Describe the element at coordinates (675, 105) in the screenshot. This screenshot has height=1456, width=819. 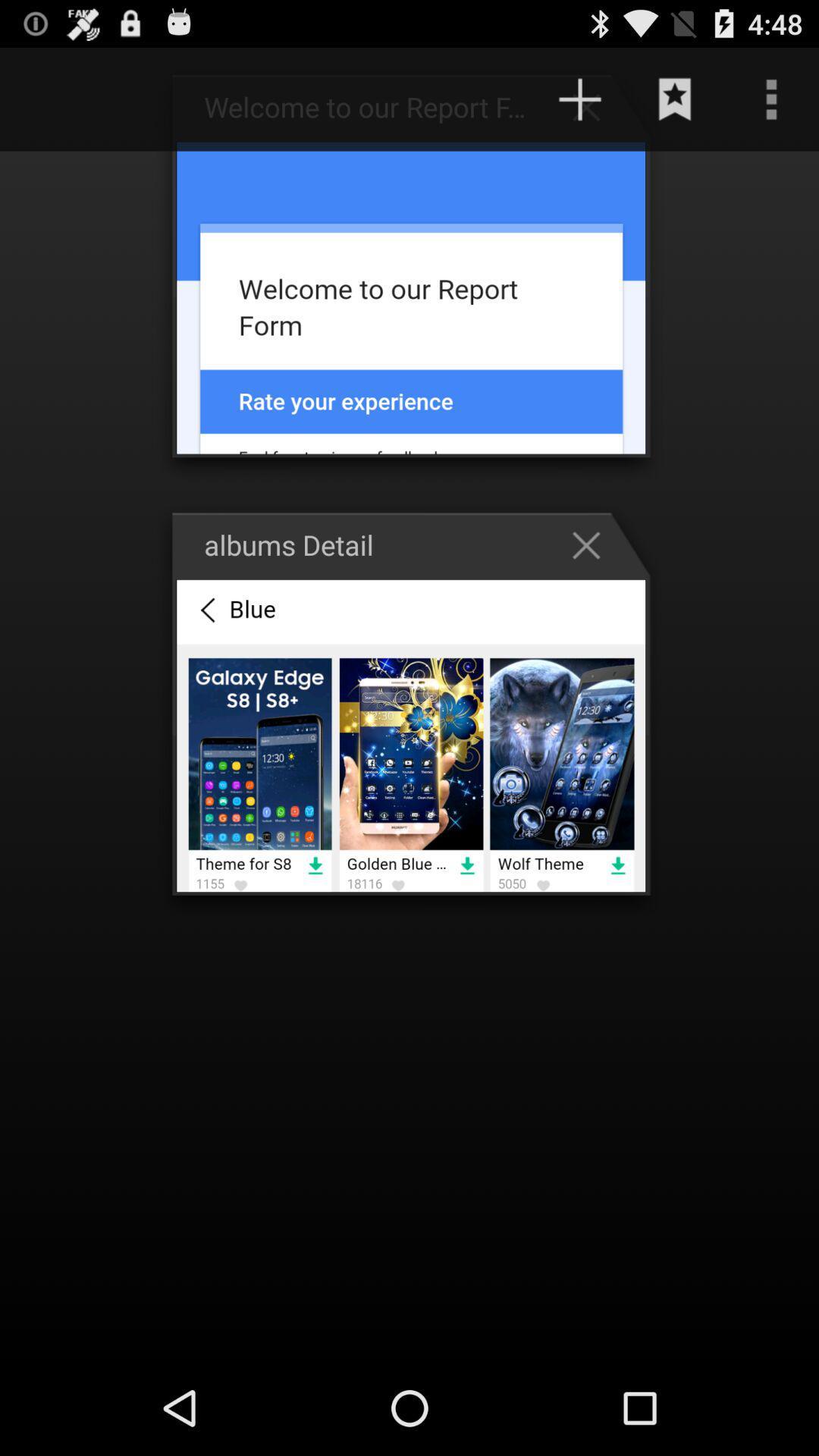
I see `the bookmark icon` at that location.